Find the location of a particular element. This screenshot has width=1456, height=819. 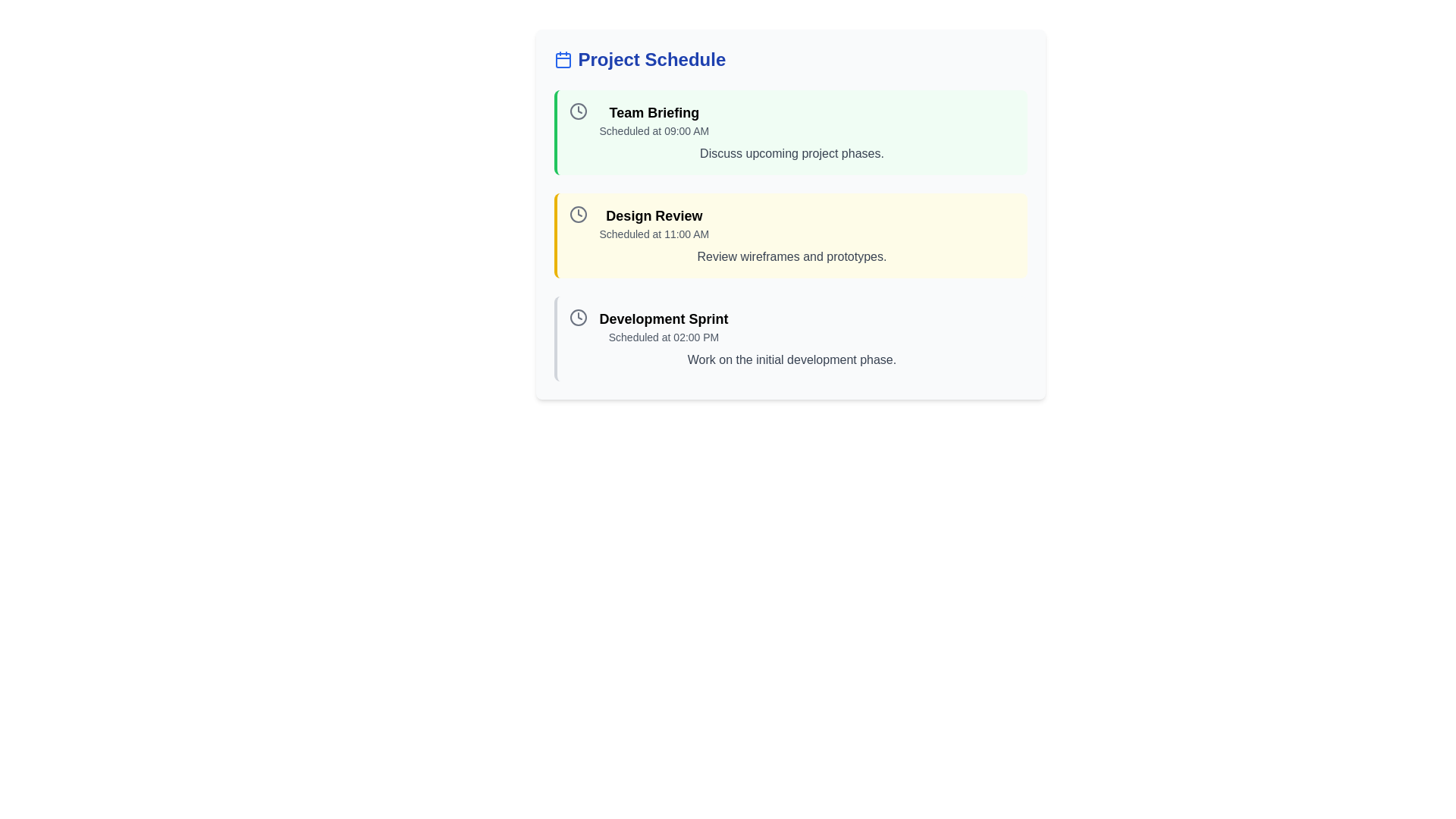

displayed information from the first informational block about the 'Development Sprint' located in the lower section of the 'Project Schedule' list is located at coordinates (791, 326).